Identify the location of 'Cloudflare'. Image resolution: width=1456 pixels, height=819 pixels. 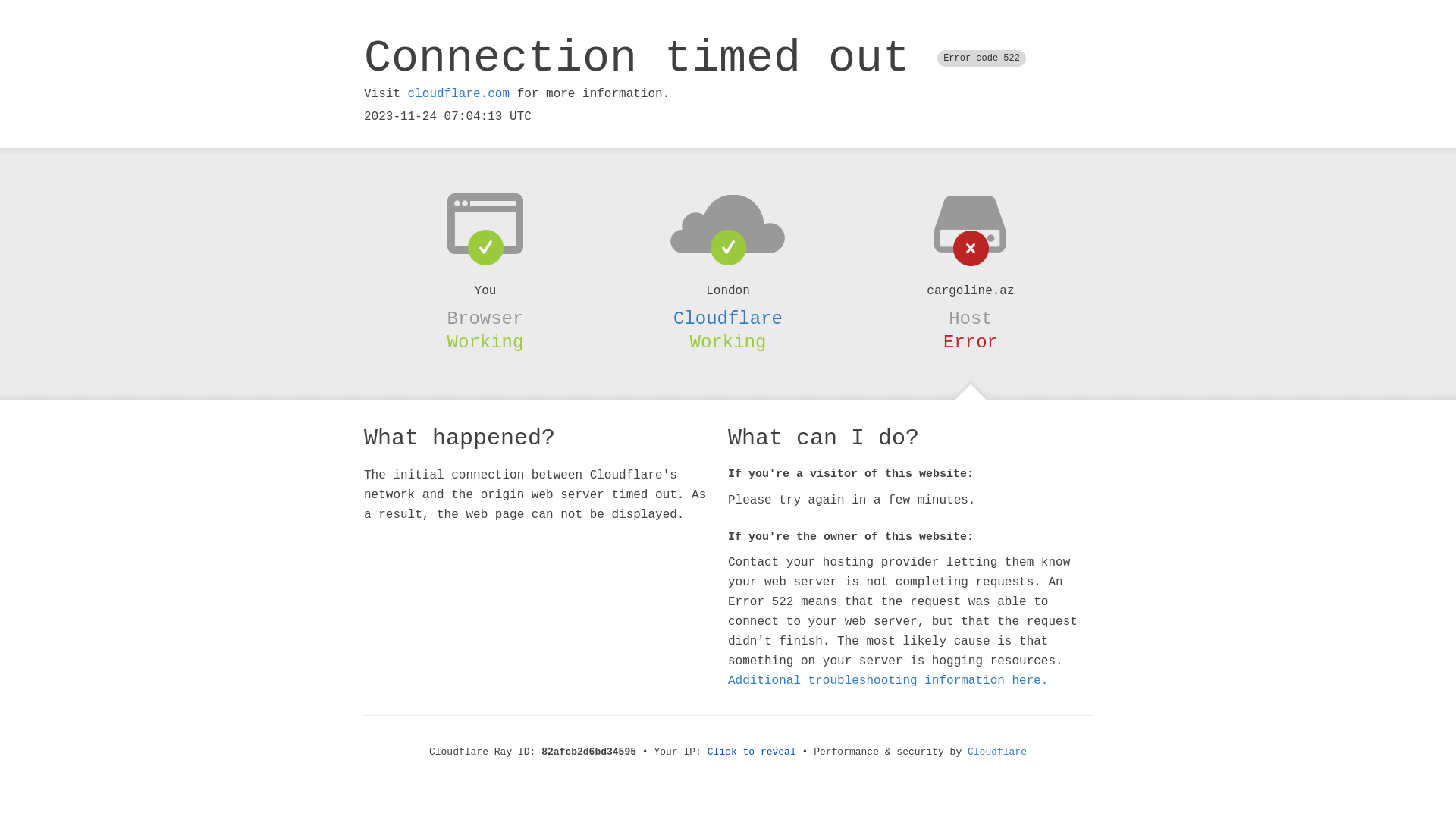
(728, 318).